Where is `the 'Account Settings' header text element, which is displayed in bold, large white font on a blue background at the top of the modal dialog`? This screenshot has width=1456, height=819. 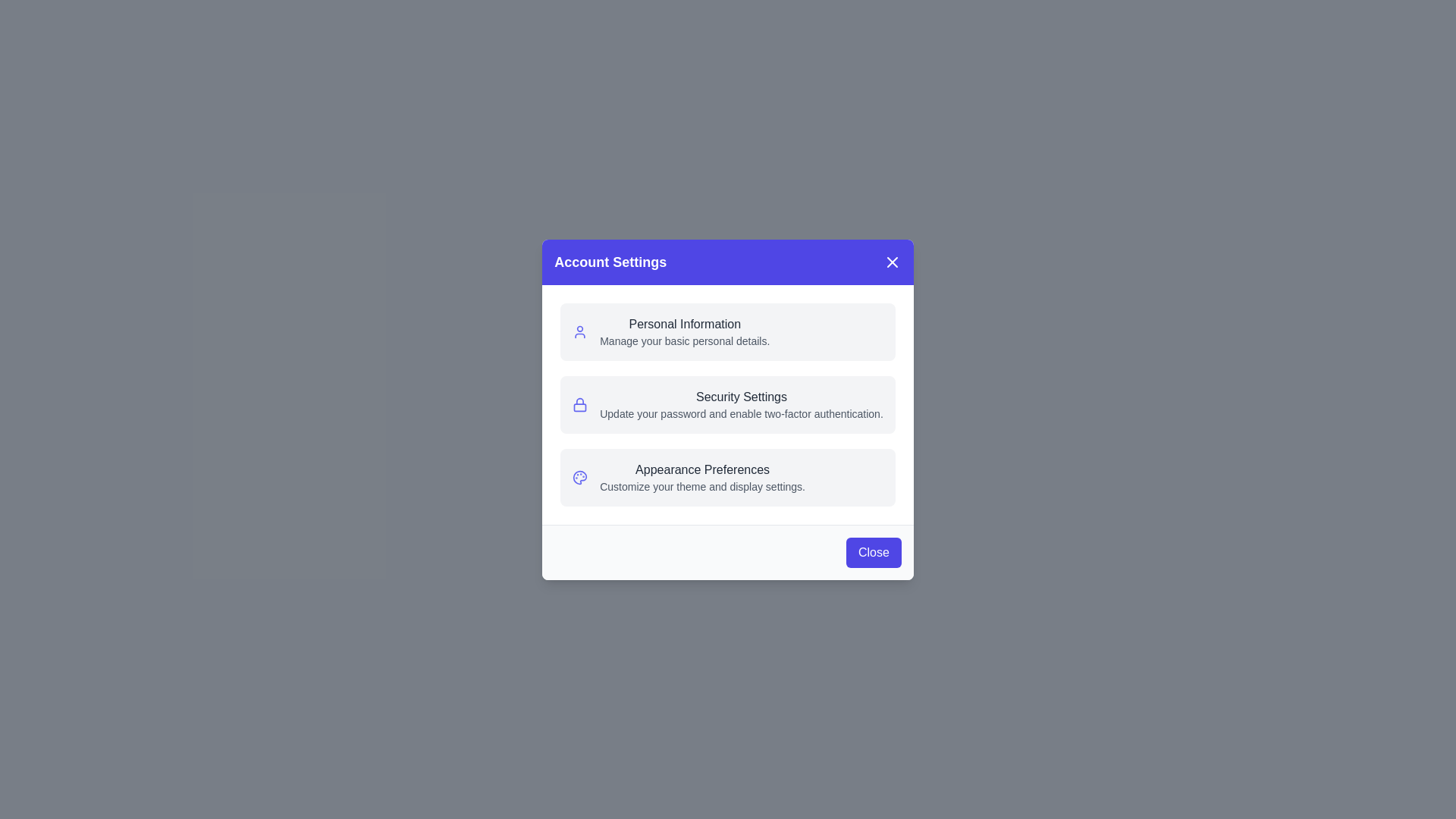
the 'Account Settings' header text element, which is displayed in bold, large white font on a blue background at the top of the modal dialog is located at coordinates (610, 261).